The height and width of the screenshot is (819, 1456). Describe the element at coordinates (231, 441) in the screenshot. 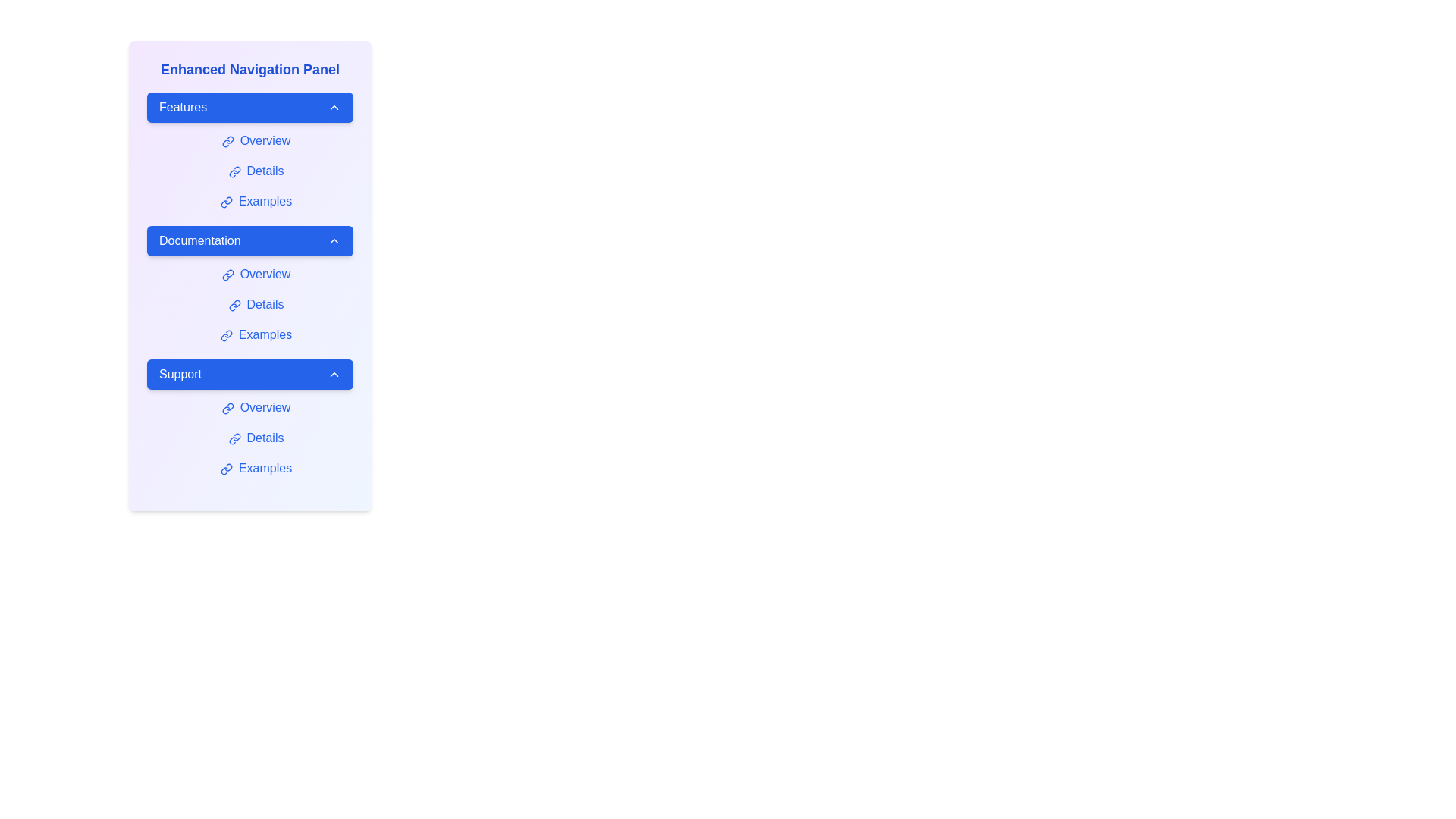

I see `the chain link shaped icon located below the 'Details' text in the 'Support' section of the interface` at that location.